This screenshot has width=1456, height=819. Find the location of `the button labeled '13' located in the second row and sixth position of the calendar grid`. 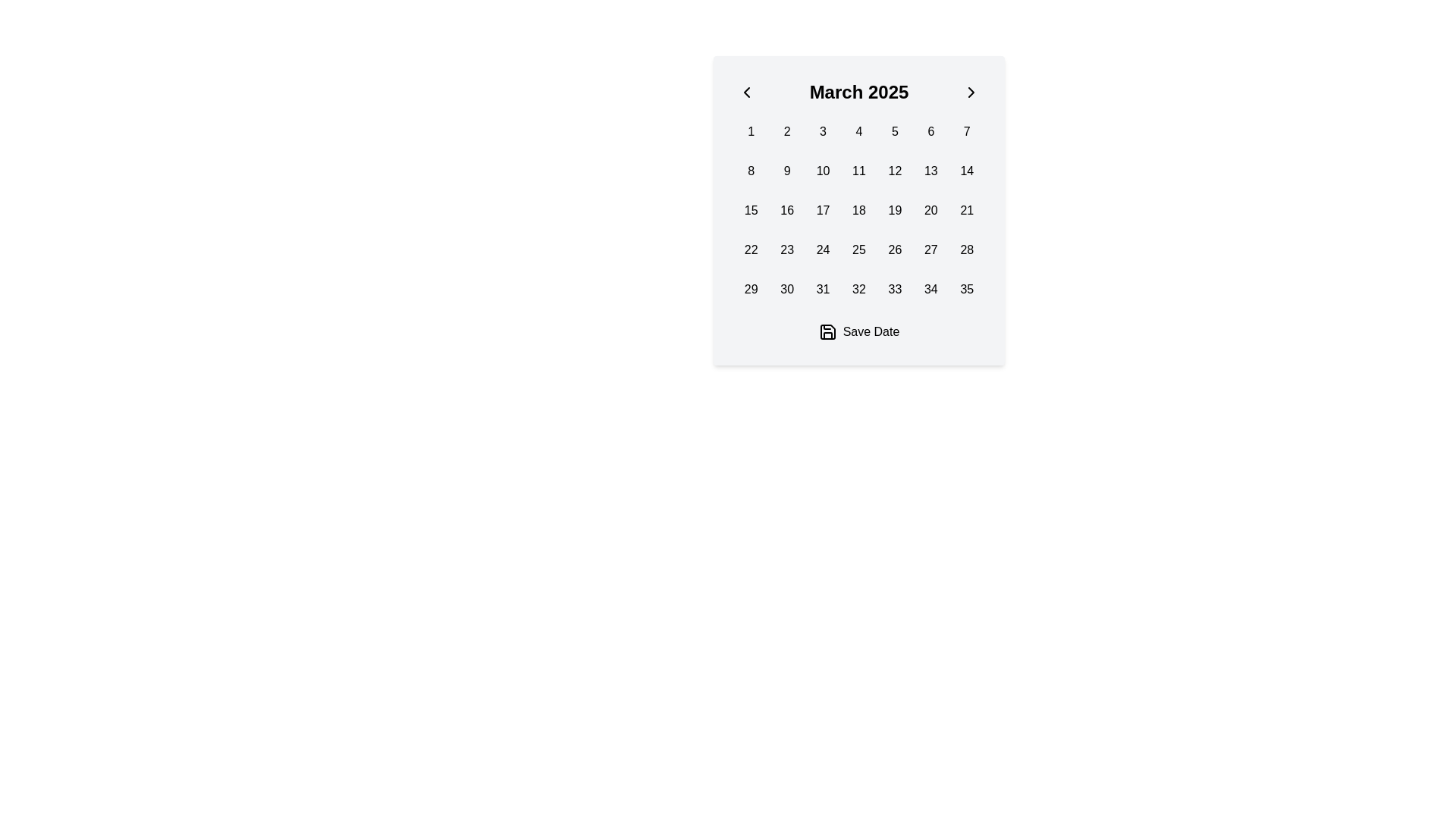

the button labeled '13' located in the second row and sixth position of the calendar grid is located at coordinates (930, 171).